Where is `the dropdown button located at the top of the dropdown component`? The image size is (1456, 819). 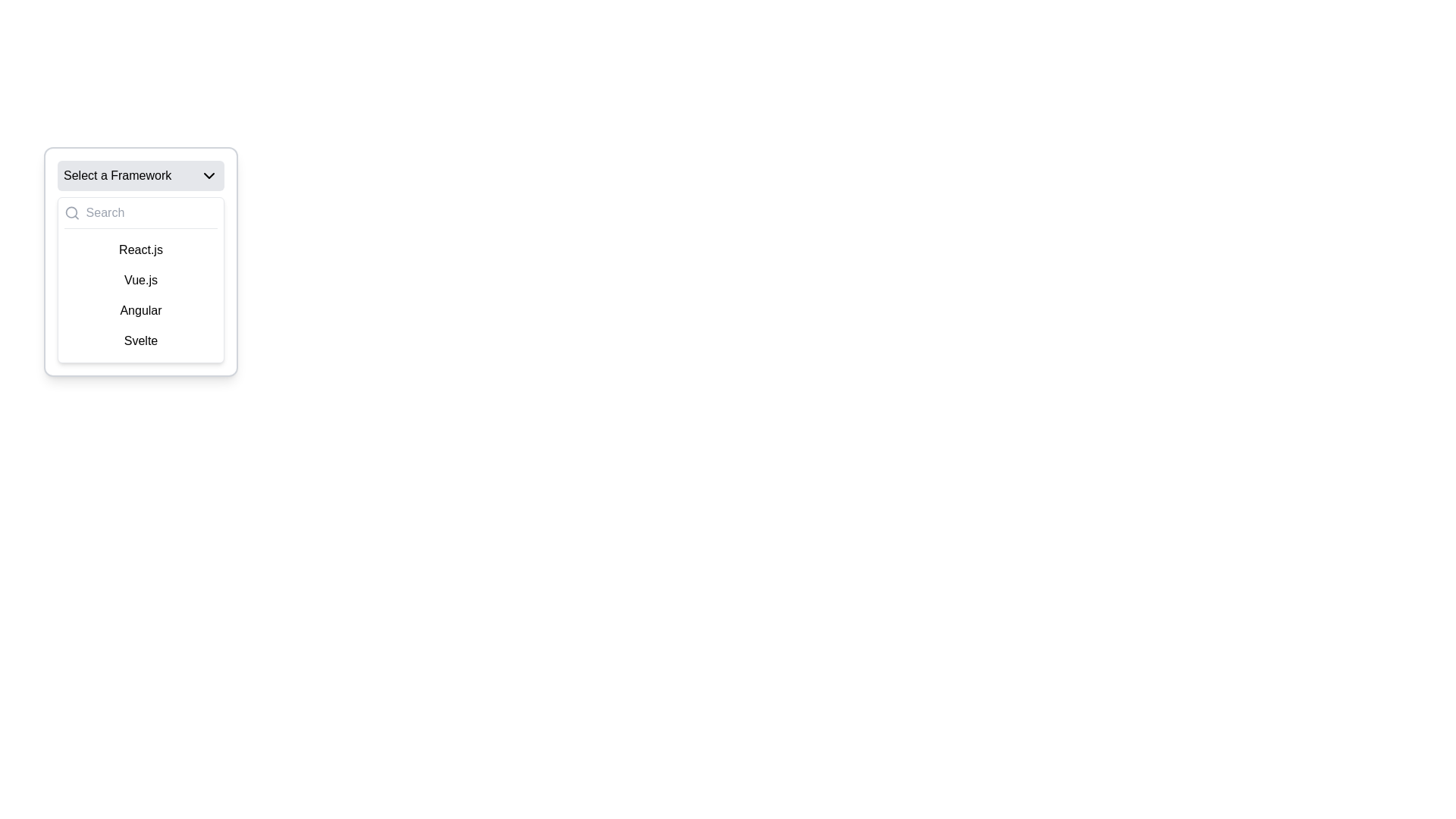 the dropdown button located at the top of the dropdown component is located at coordinates (141, 174).